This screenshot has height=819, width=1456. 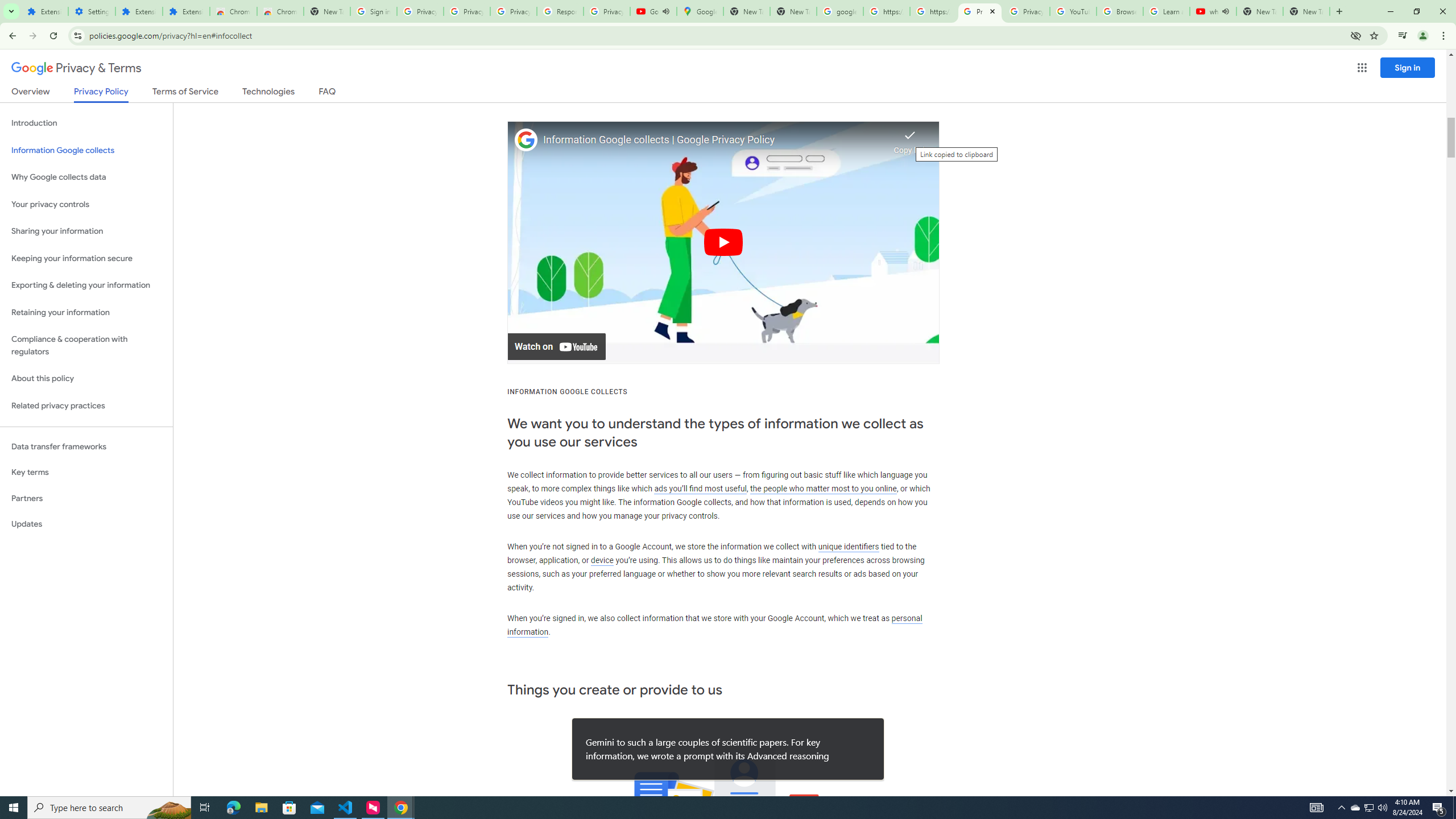 I want to click on 'Key terms', so click(x=86, y=472).